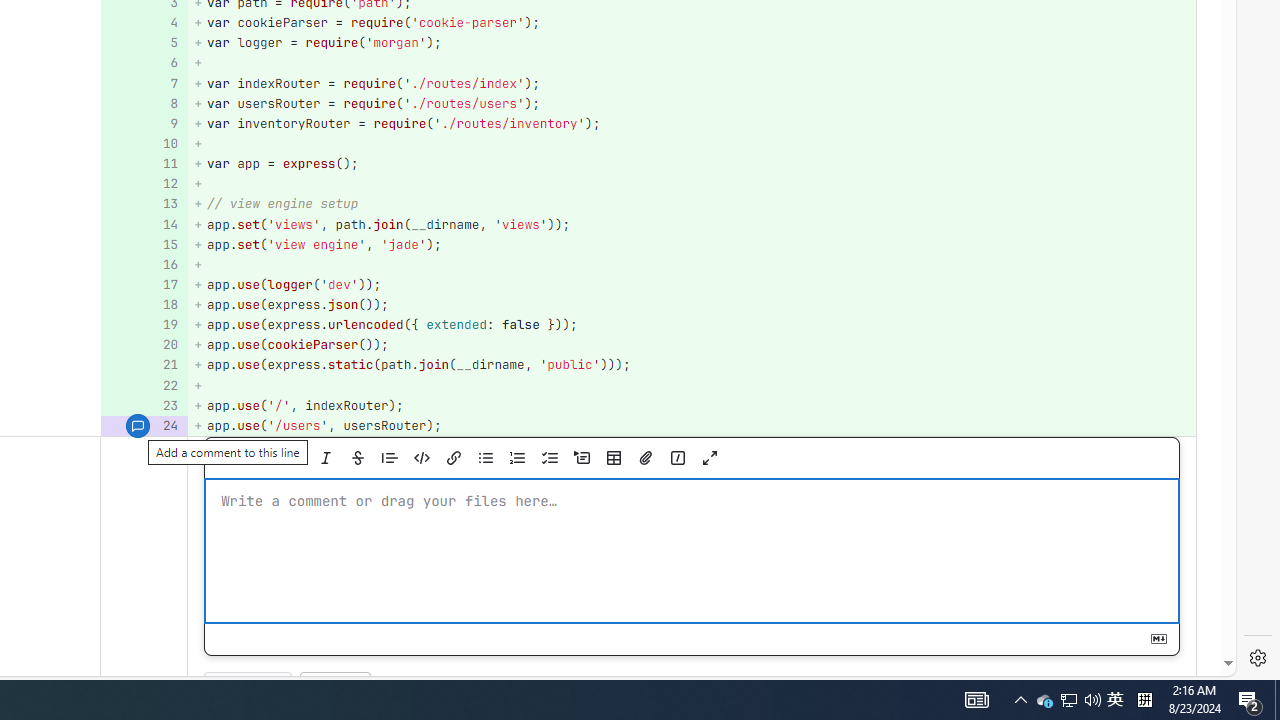 This screenshot has width=1280, height=720. Describe the element at coordinates (246, 458) in the screenshot. I see `'Preview'` at that location.